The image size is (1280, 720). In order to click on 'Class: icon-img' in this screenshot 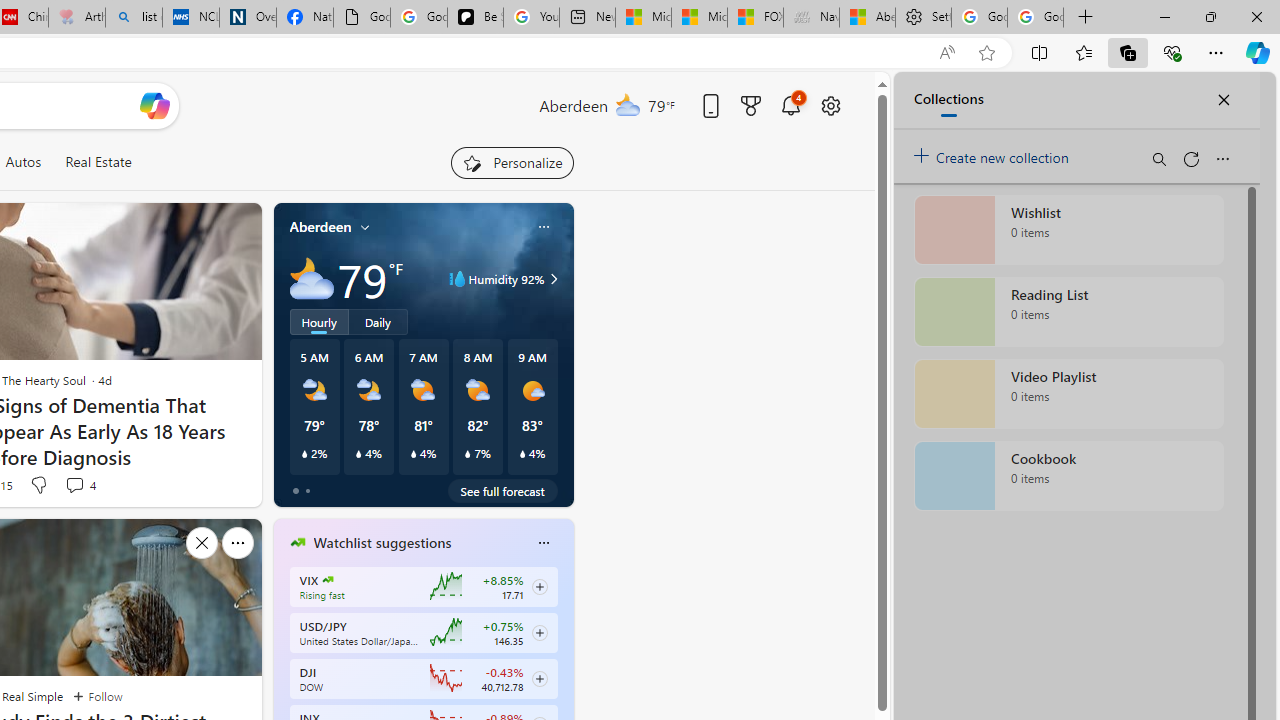, I will do `click(543, 542)`.